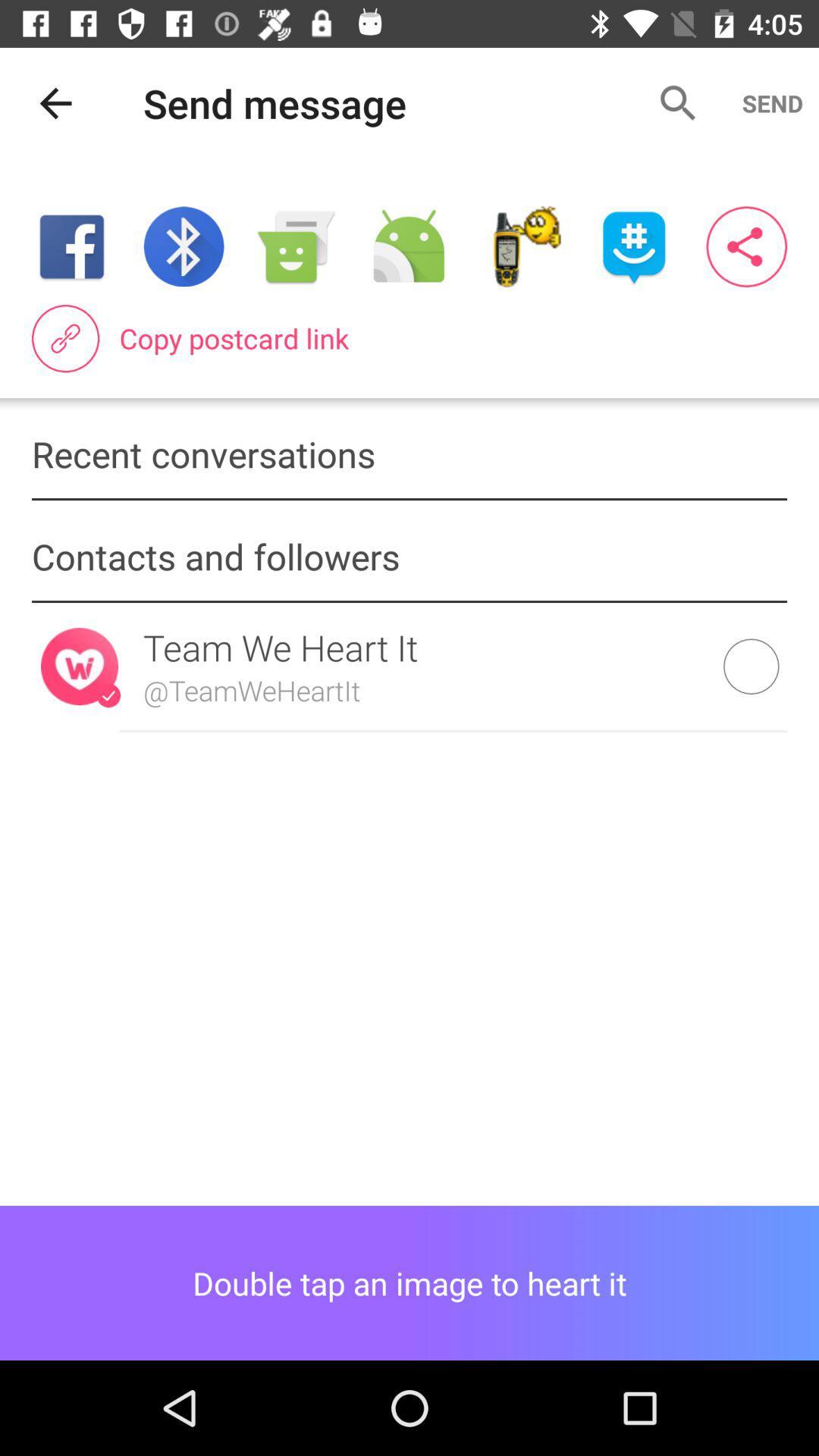  What do you see at coordinates (634, 246) in the screenshot?
I see `the emoji icon` at bounding box center [634, 246].